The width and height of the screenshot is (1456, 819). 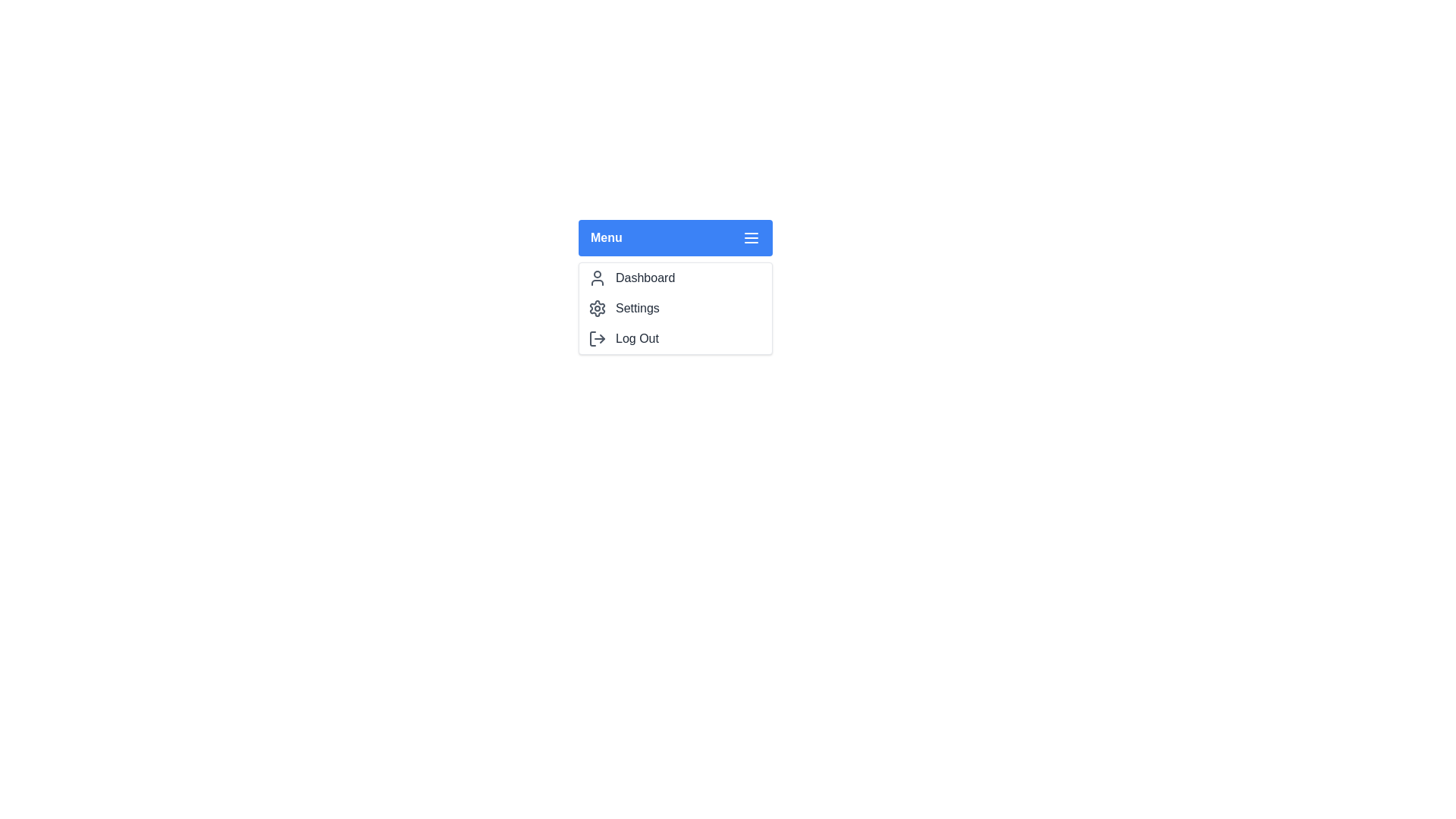 What do you see at coordinates (675, 278) in the screenshot?
I see `the menu option Dashboard by clicking on it` at bounding box center [675, 278].